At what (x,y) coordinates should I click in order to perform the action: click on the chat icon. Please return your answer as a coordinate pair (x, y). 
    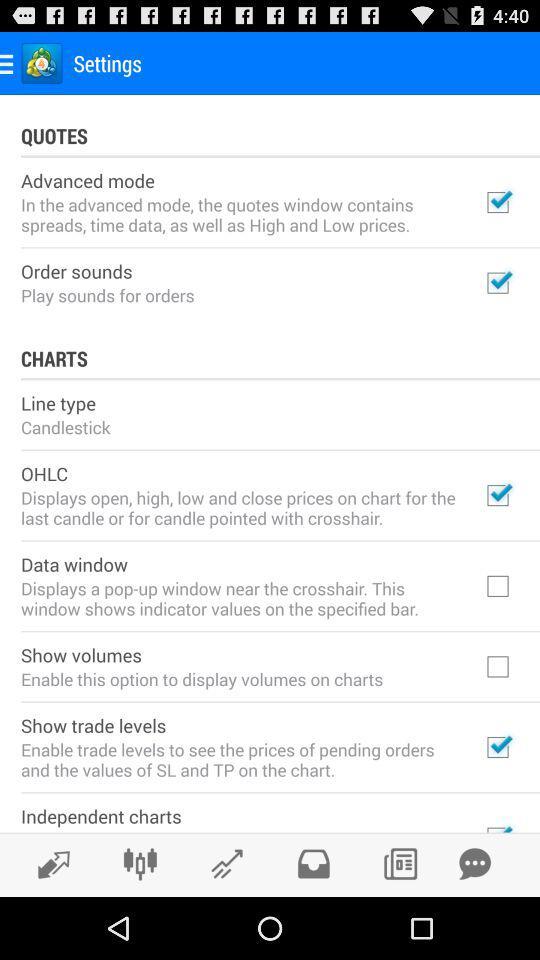
    Looking at the image, I should click on (474, 924).